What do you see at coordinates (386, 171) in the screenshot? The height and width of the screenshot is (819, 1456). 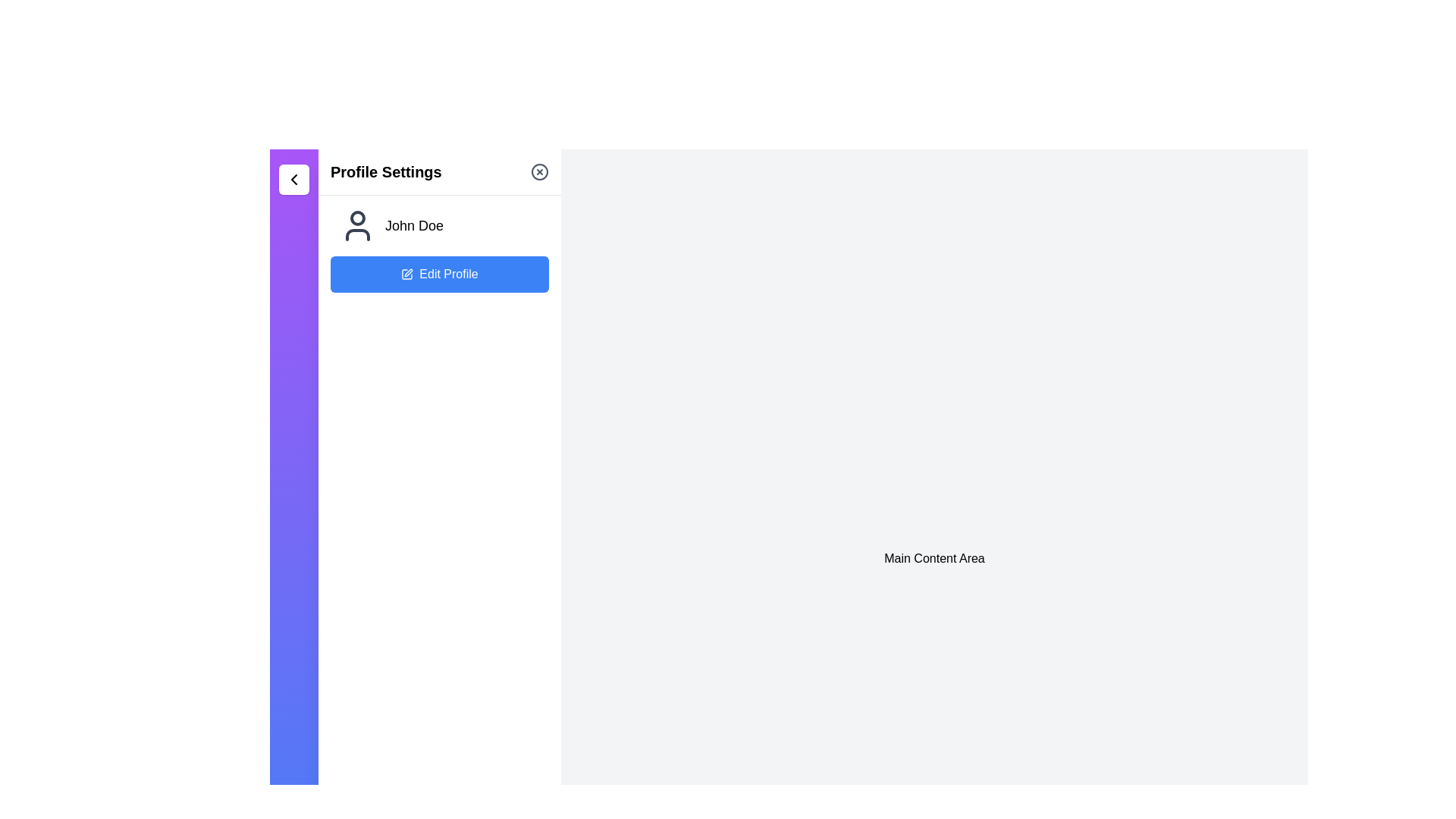 I see `the 'Profile Settings' header element, which identifies the current section of the application` at bounding box center [386, 171].